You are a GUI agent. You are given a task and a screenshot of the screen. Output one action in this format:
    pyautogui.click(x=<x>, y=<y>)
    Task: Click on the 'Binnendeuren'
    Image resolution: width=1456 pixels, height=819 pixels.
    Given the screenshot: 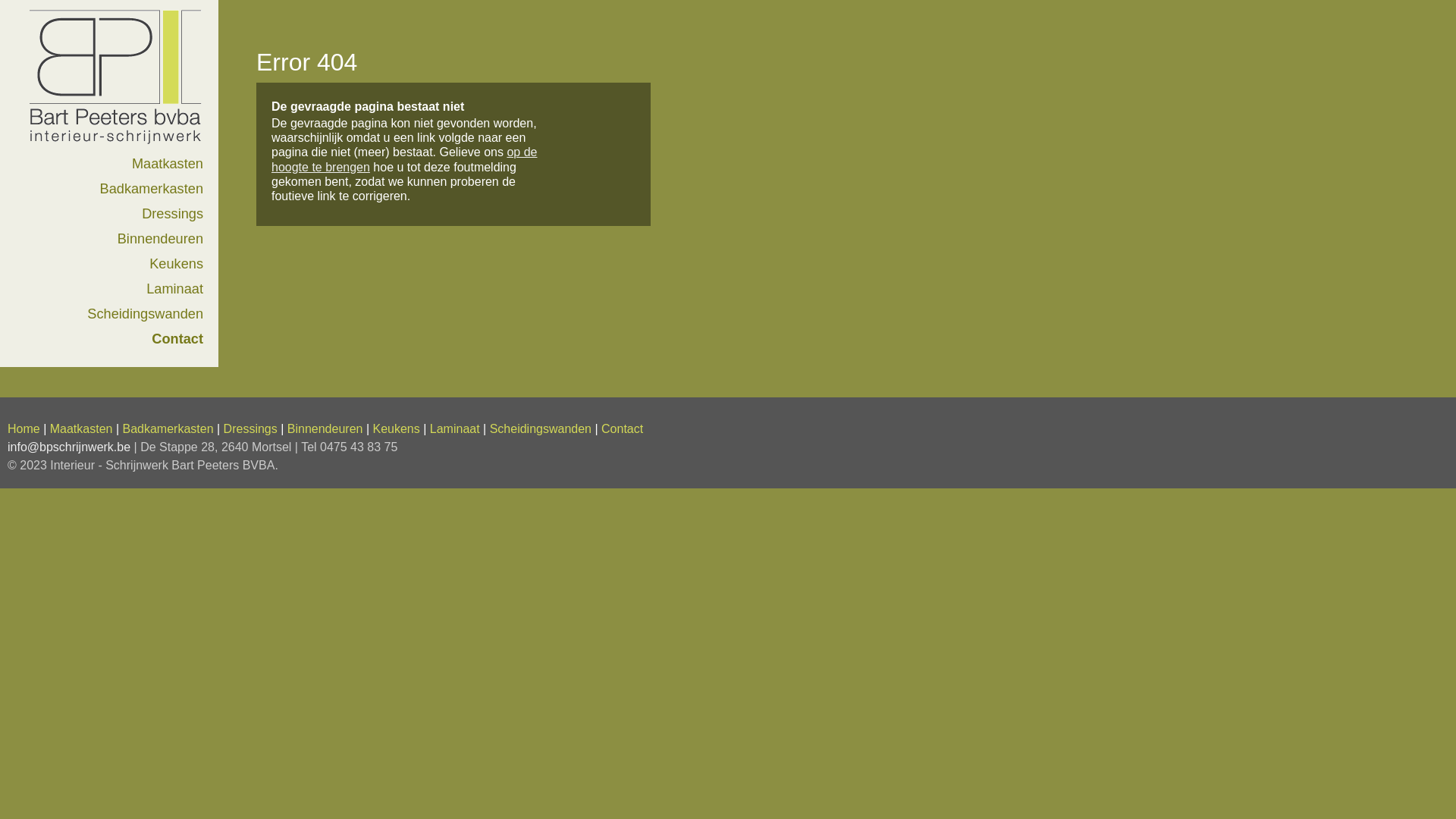 What is the action you would take?
    pyautogui.click(x=160, y=239)
    